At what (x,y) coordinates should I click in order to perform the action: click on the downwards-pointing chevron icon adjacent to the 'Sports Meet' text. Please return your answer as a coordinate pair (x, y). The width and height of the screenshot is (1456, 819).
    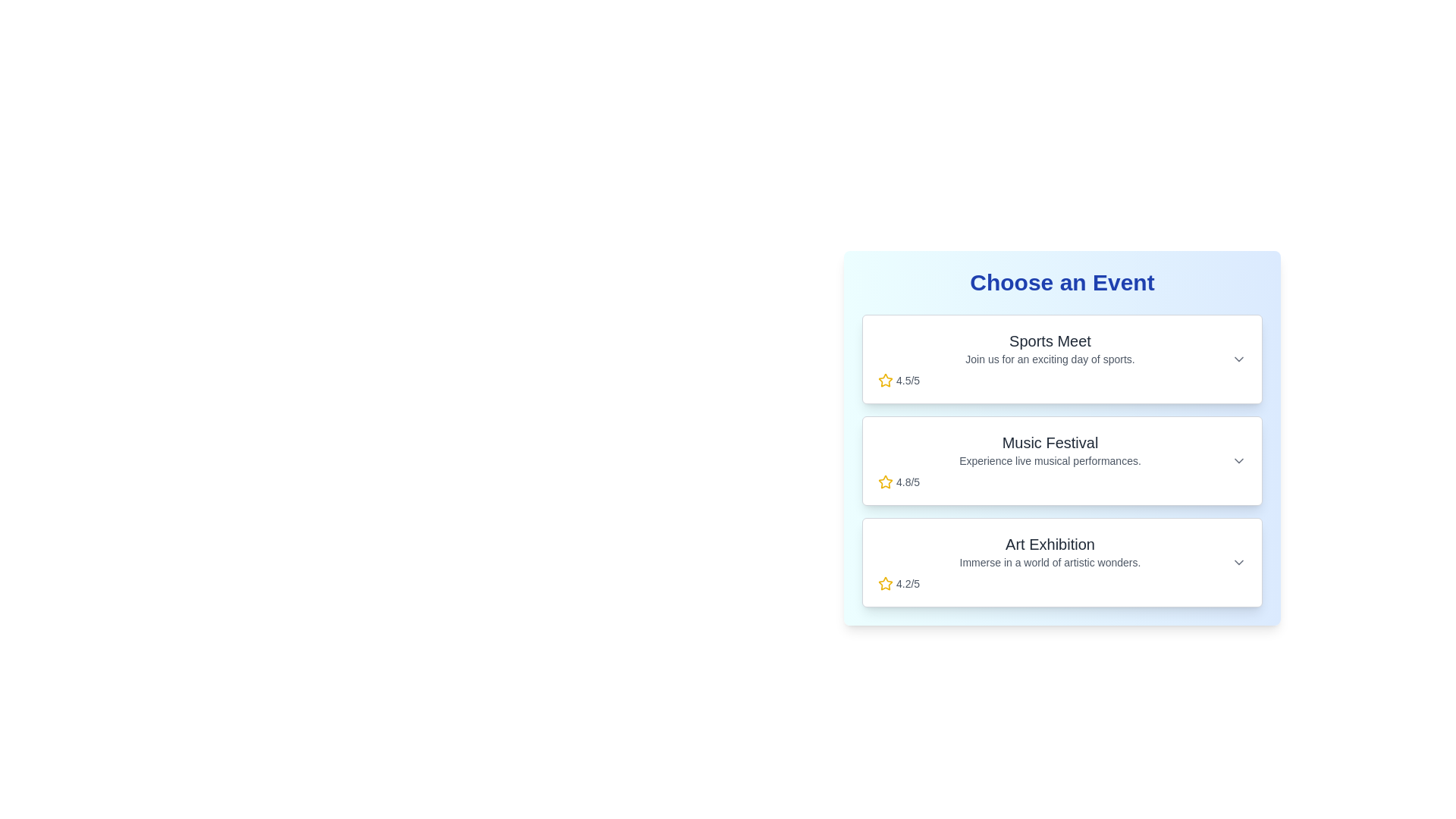
    Looking at the image, I should click on (1238, 359).